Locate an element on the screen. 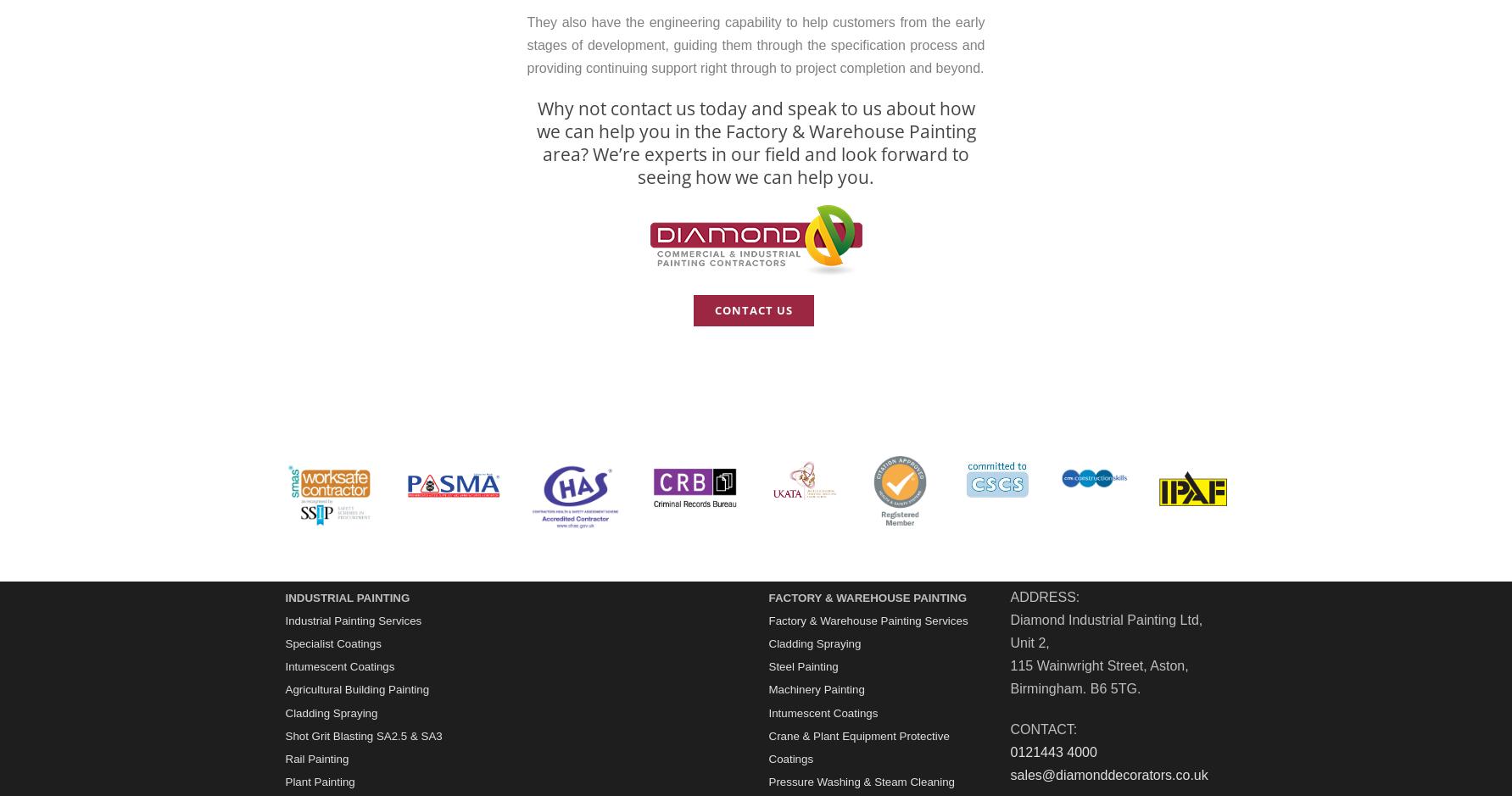 Image resolution: width=1512 pixels, height=796 pixels. 'INDUSTRIAL PAINTING' is located at coordinates (347, 596).